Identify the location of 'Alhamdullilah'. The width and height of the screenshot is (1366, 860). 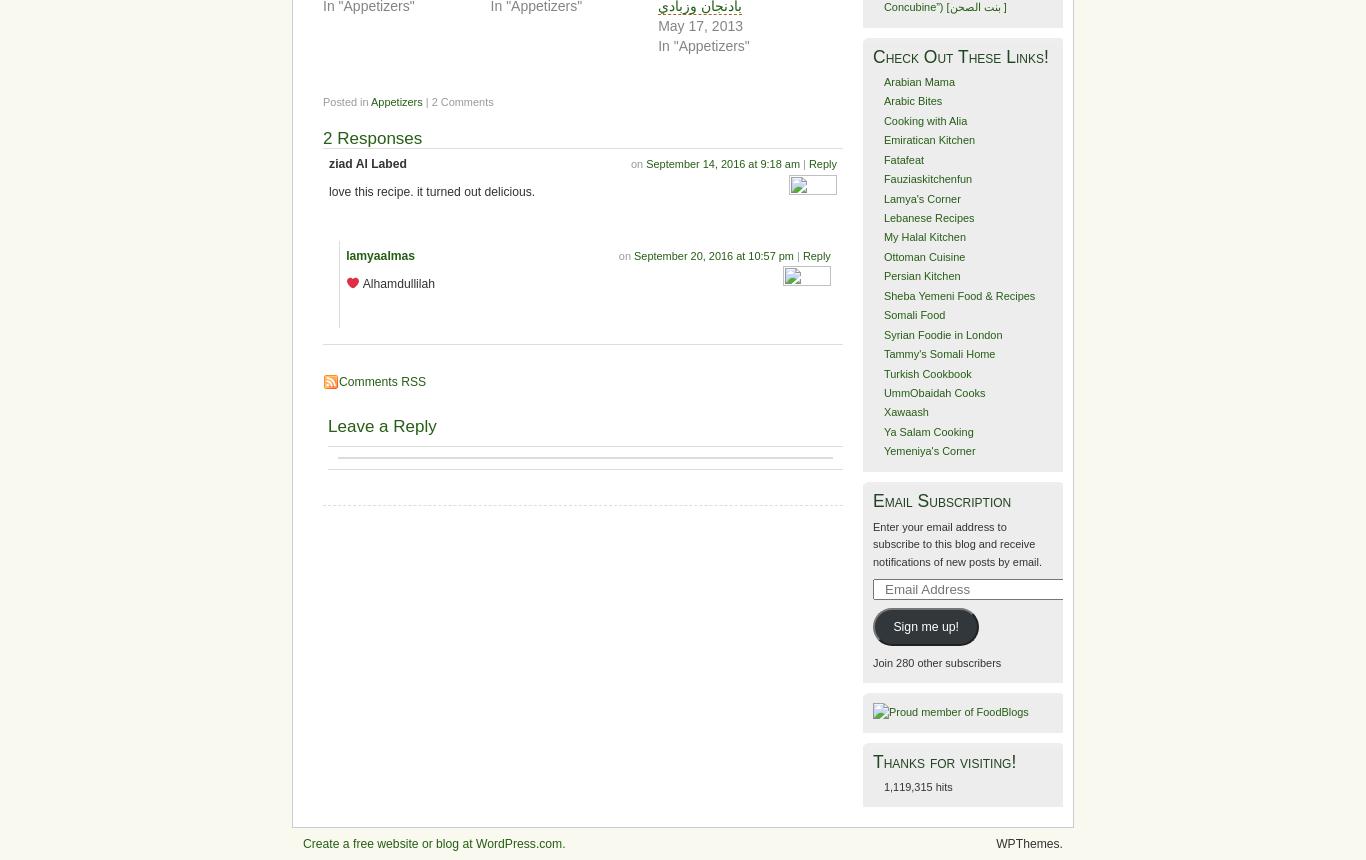
(396, 282).